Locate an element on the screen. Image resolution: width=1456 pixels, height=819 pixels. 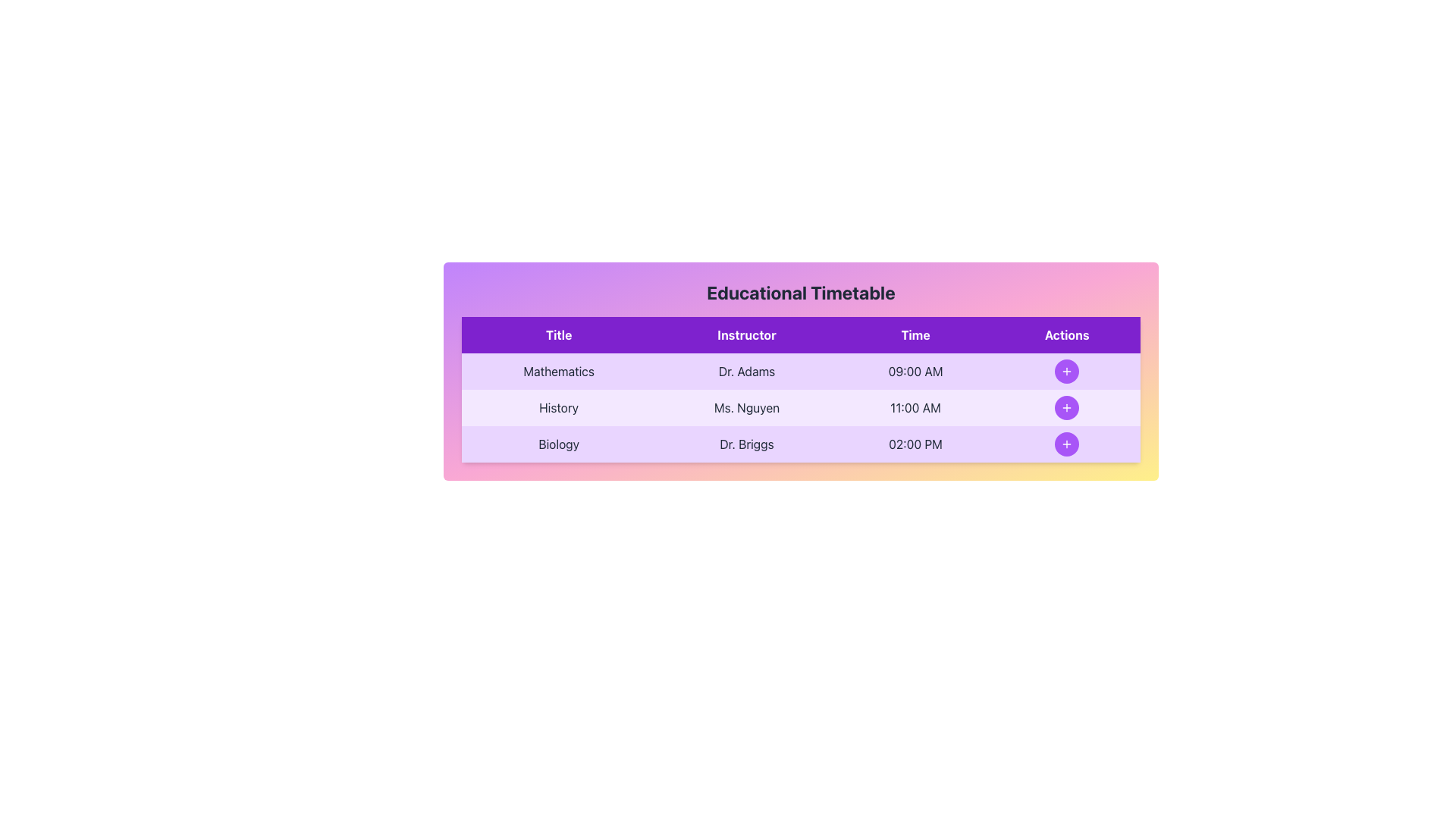
the button located in the fourth column of the first row in the 'Educational Timetable' table under the 'Actions' header for the 'Mathematics' subject is located at coordinates (1066, 371).